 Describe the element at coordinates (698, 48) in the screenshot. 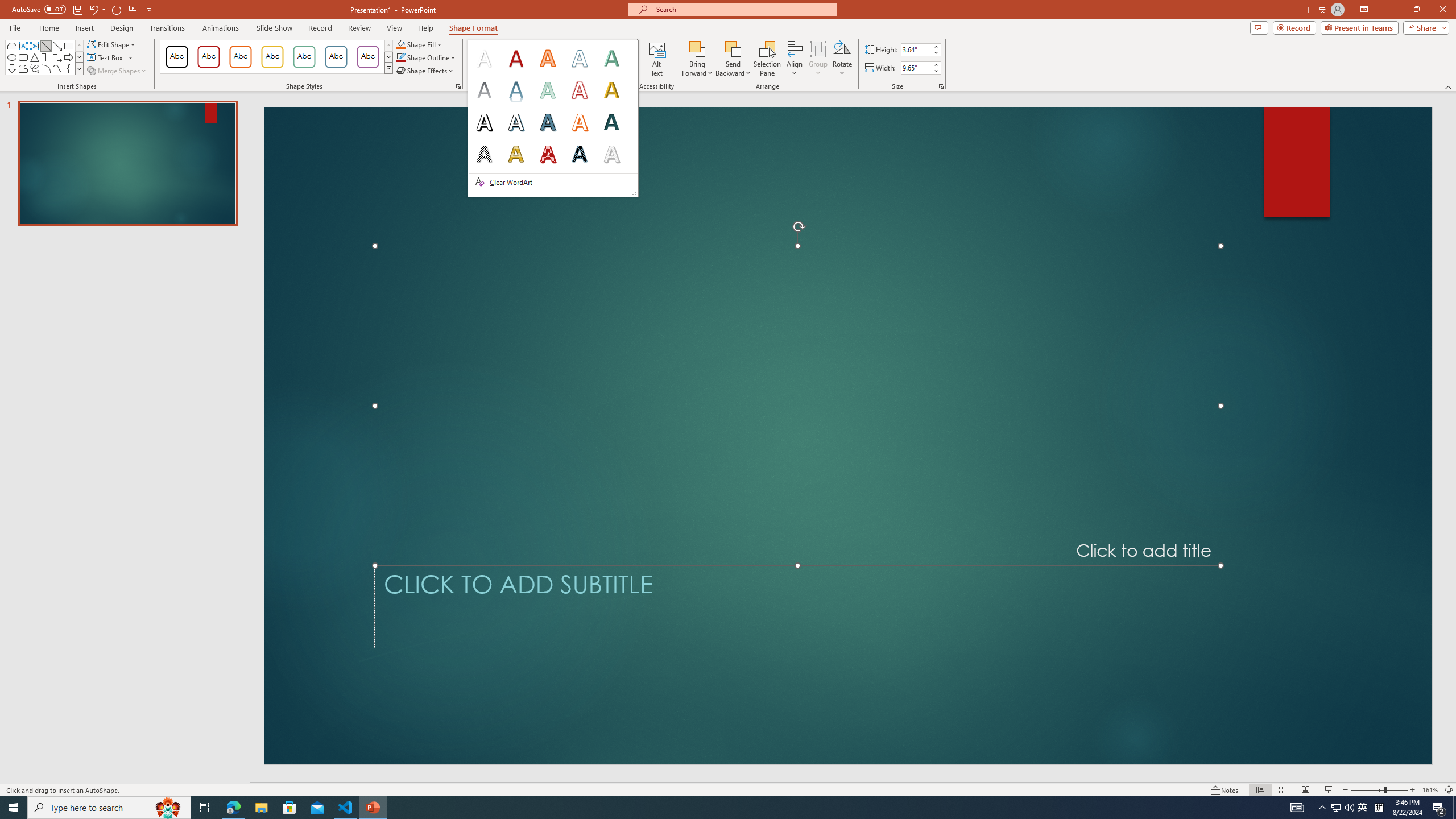

I see `'Bring Forward'` at that location.